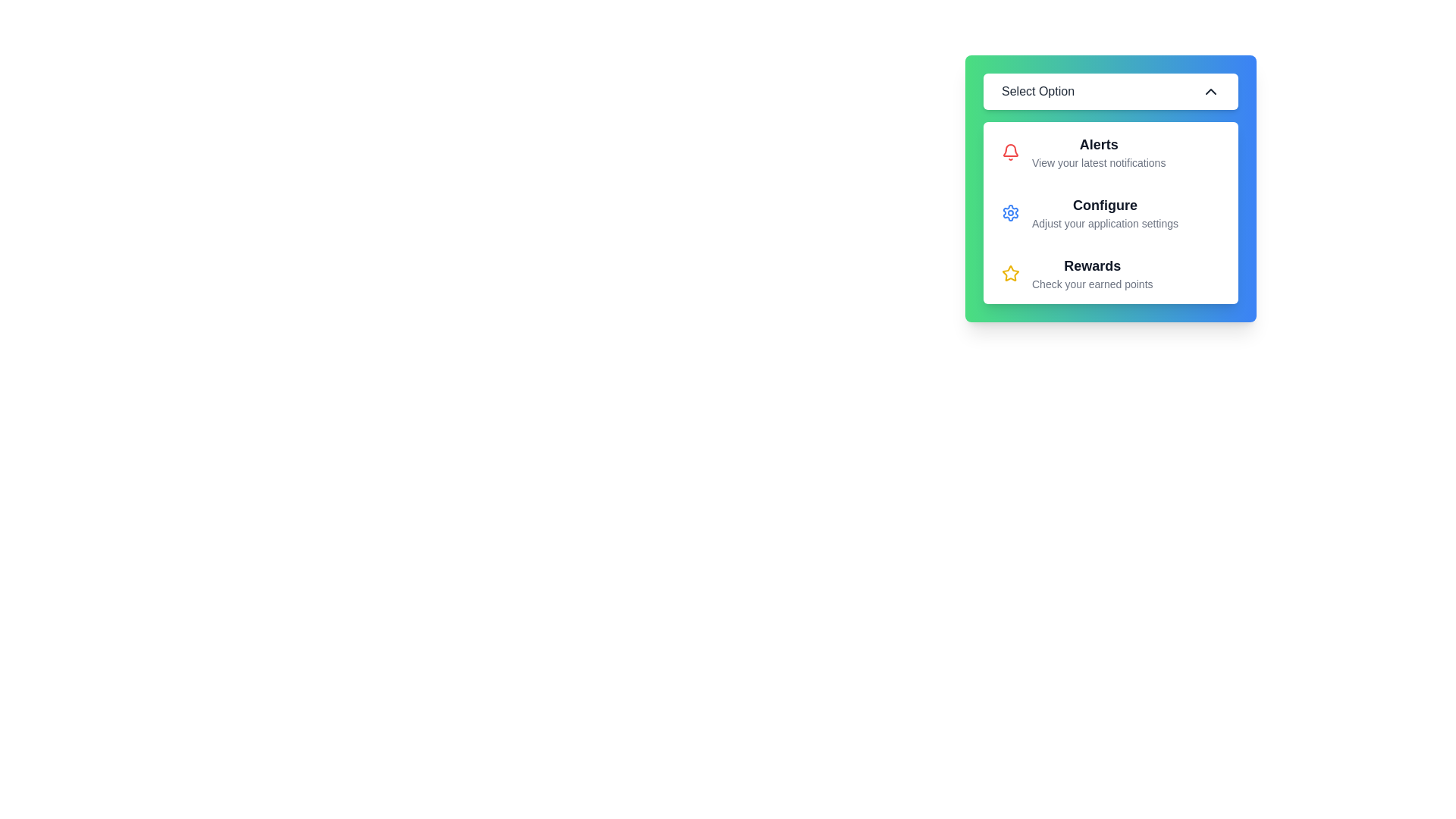 This screenshot has width=1456, height=819. I want to click on the star icon representing the 'Rewards' section, which is located to the left of the 'Rewards' text label in the third item of a vertical list, so click(1011, 274).